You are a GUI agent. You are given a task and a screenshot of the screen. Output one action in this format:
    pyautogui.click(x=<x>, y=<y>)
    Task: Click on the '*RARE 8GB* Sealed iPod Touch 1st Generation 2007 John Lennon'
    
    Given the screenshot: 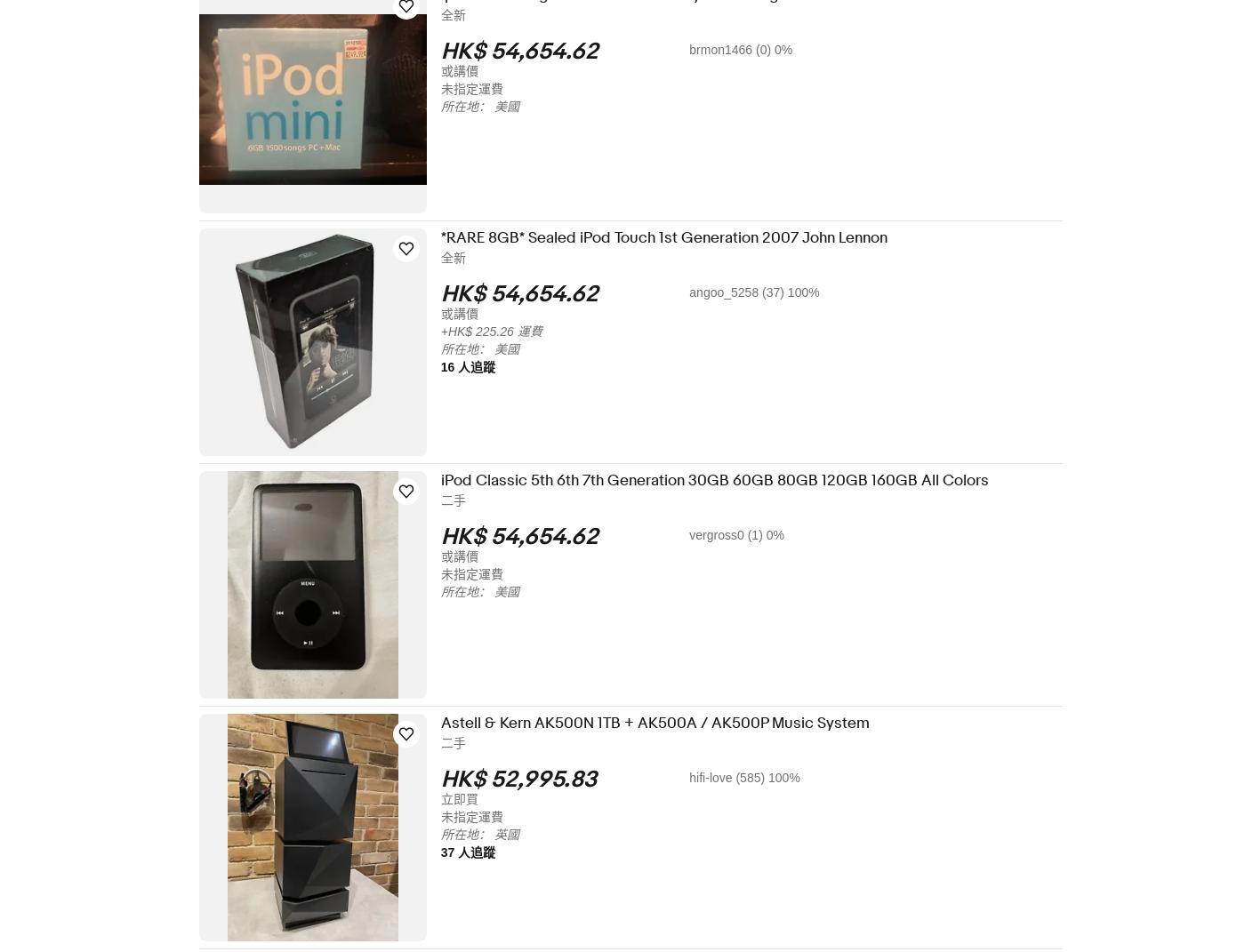 What is the action you would take?
    pyautogui.click(x=675, y=237)
    